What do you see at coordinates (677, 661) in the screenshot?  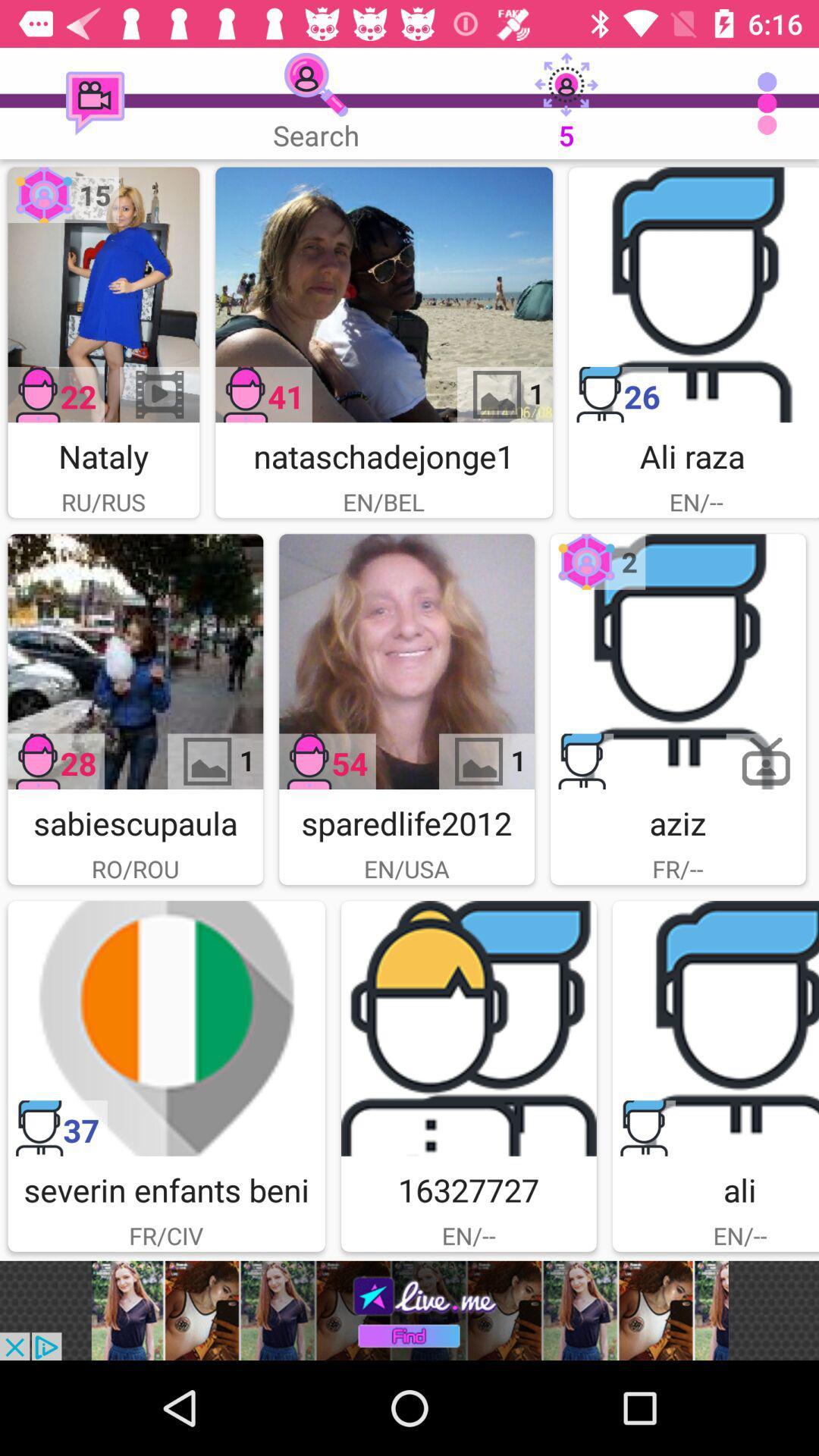 I see `davertisement` at bounding box center [677, 661].